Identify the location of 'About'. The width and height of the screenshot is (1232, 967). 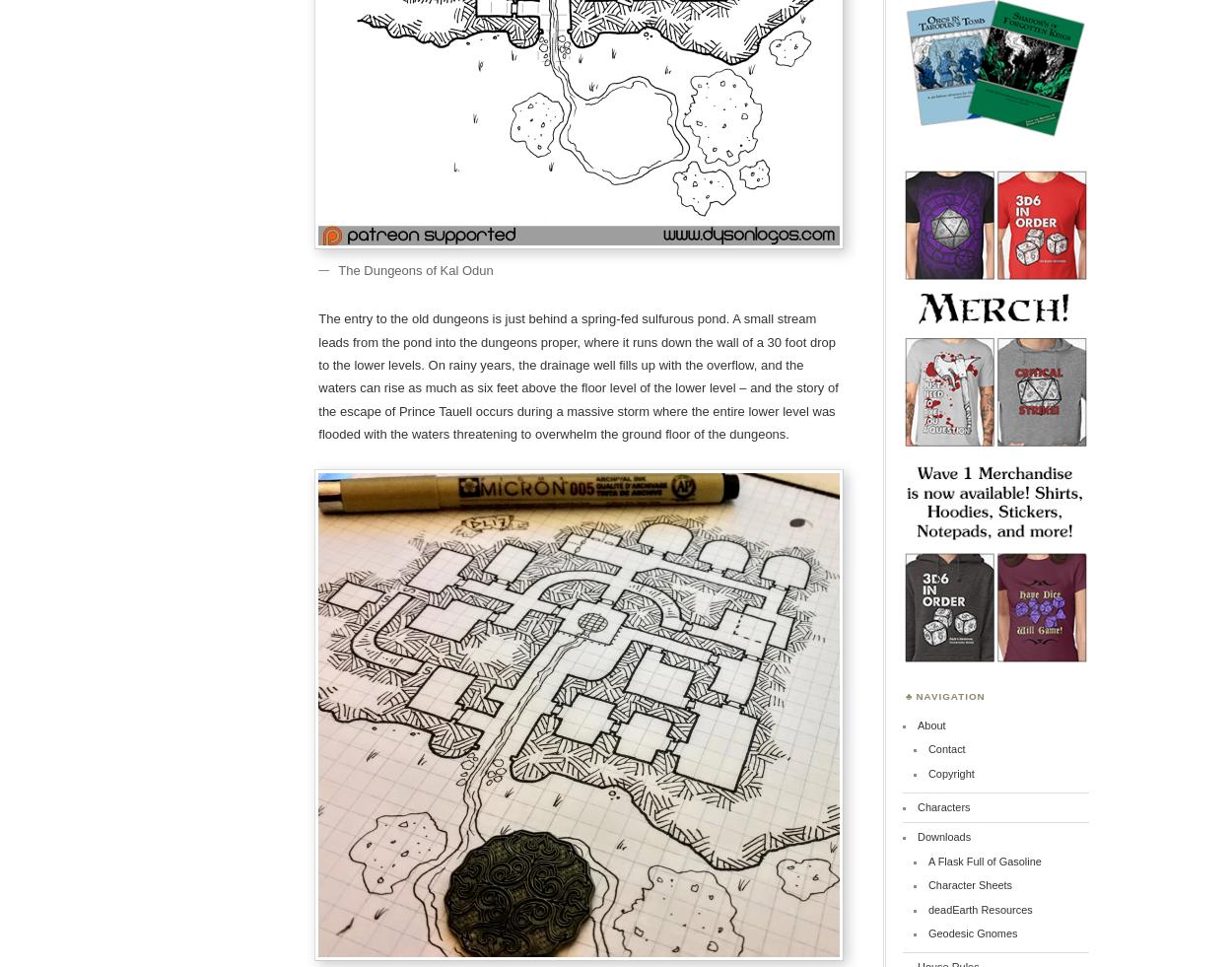
(930, 724).